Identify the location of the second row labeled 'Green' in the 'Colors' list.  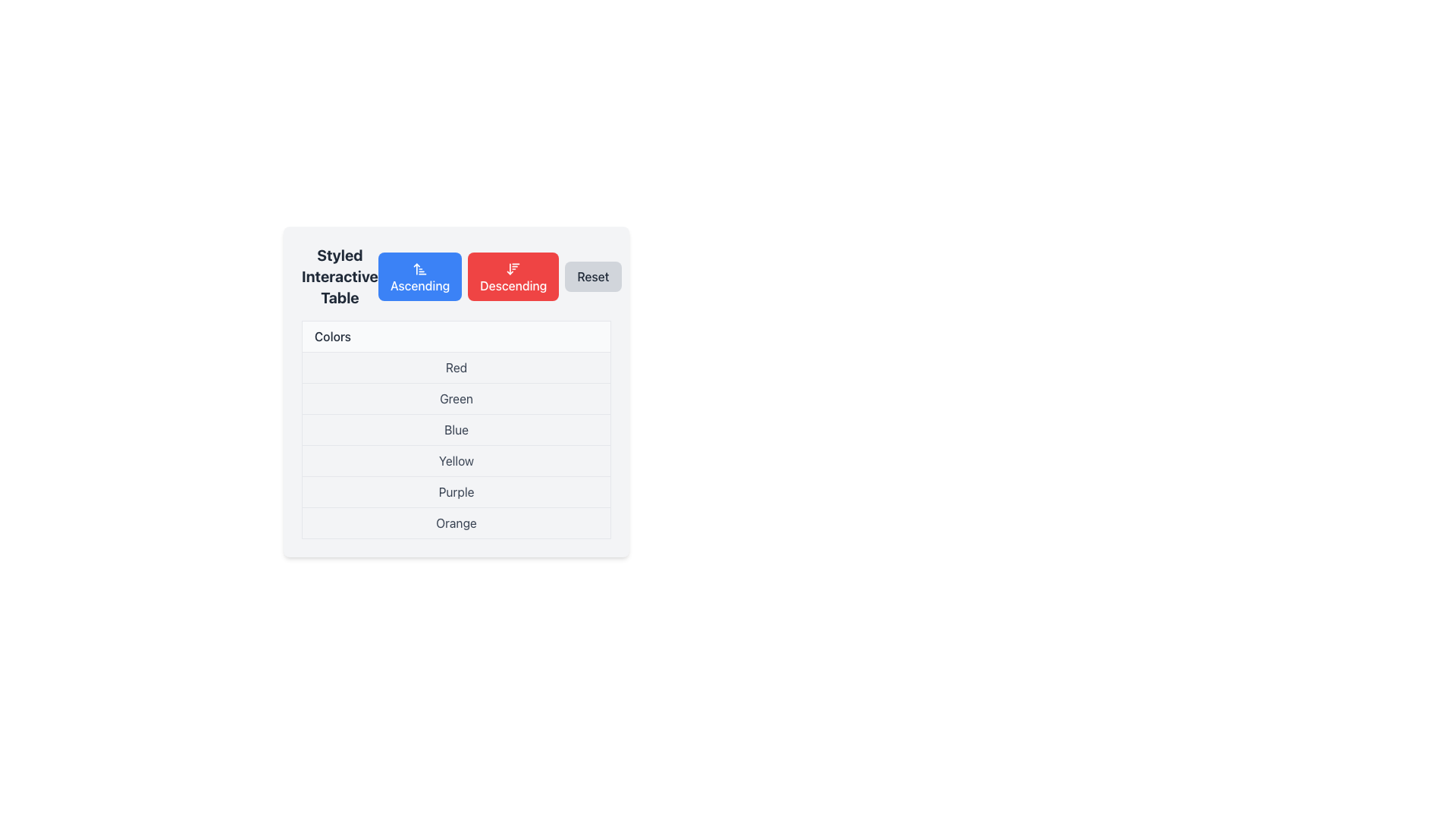
(455, 397).